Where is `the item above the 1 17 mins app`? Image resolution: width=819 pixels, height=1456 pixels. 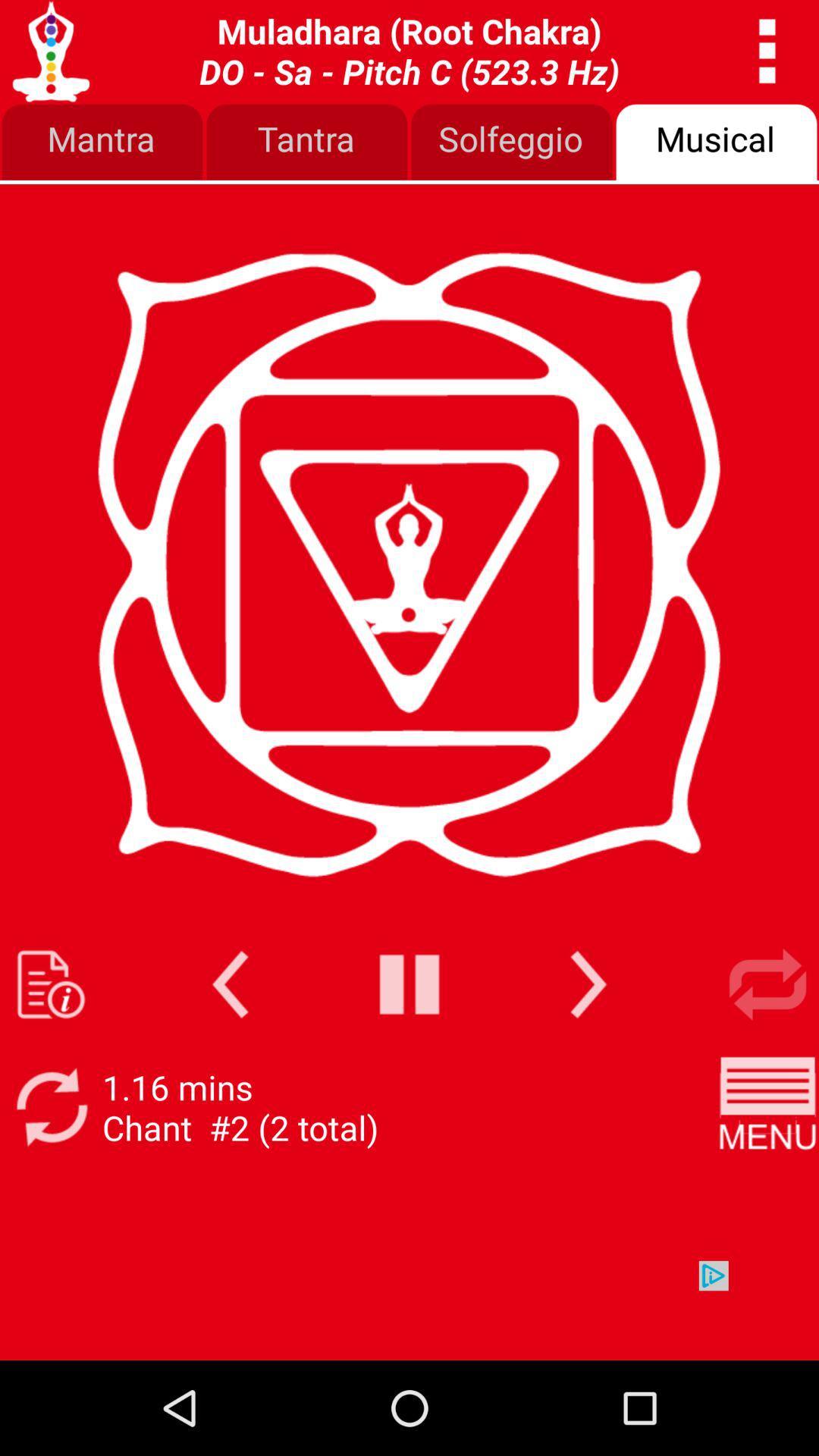
the item above the 1 17 mins app is located at coordinates (230, 984).